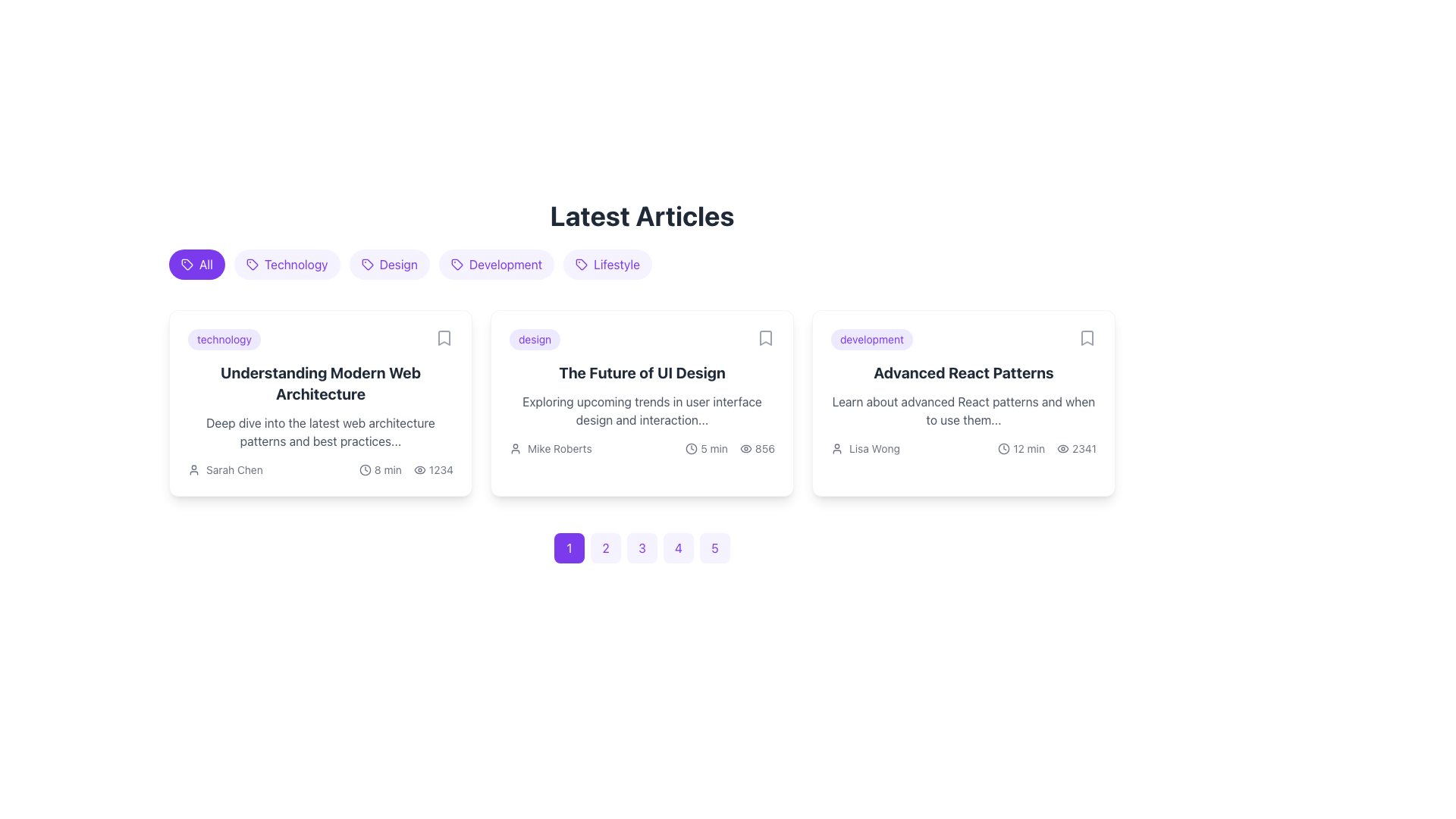 Image resolution: width=1456 pixels, height=819 pixels. What do you see at coordinates (497, 263) in the screenshot?
I see `the fourth button in the horizontal list of navigational options under the 'Latest Articles' heading` at bounding box center [497, 263].